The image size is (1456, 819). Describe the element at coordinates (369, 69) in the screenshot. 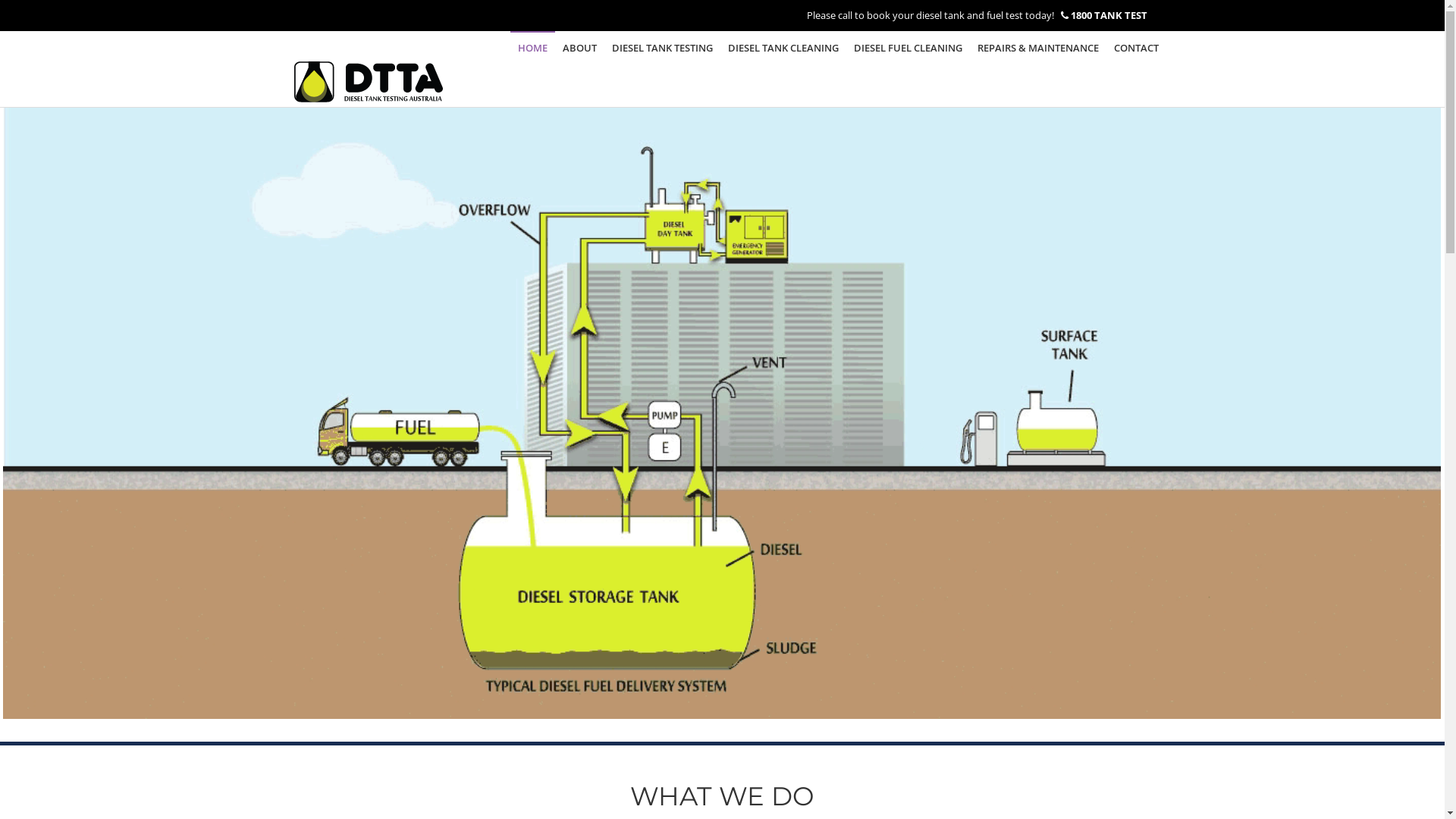

I see `'Diesel Tank Testing Australia'` at that location.